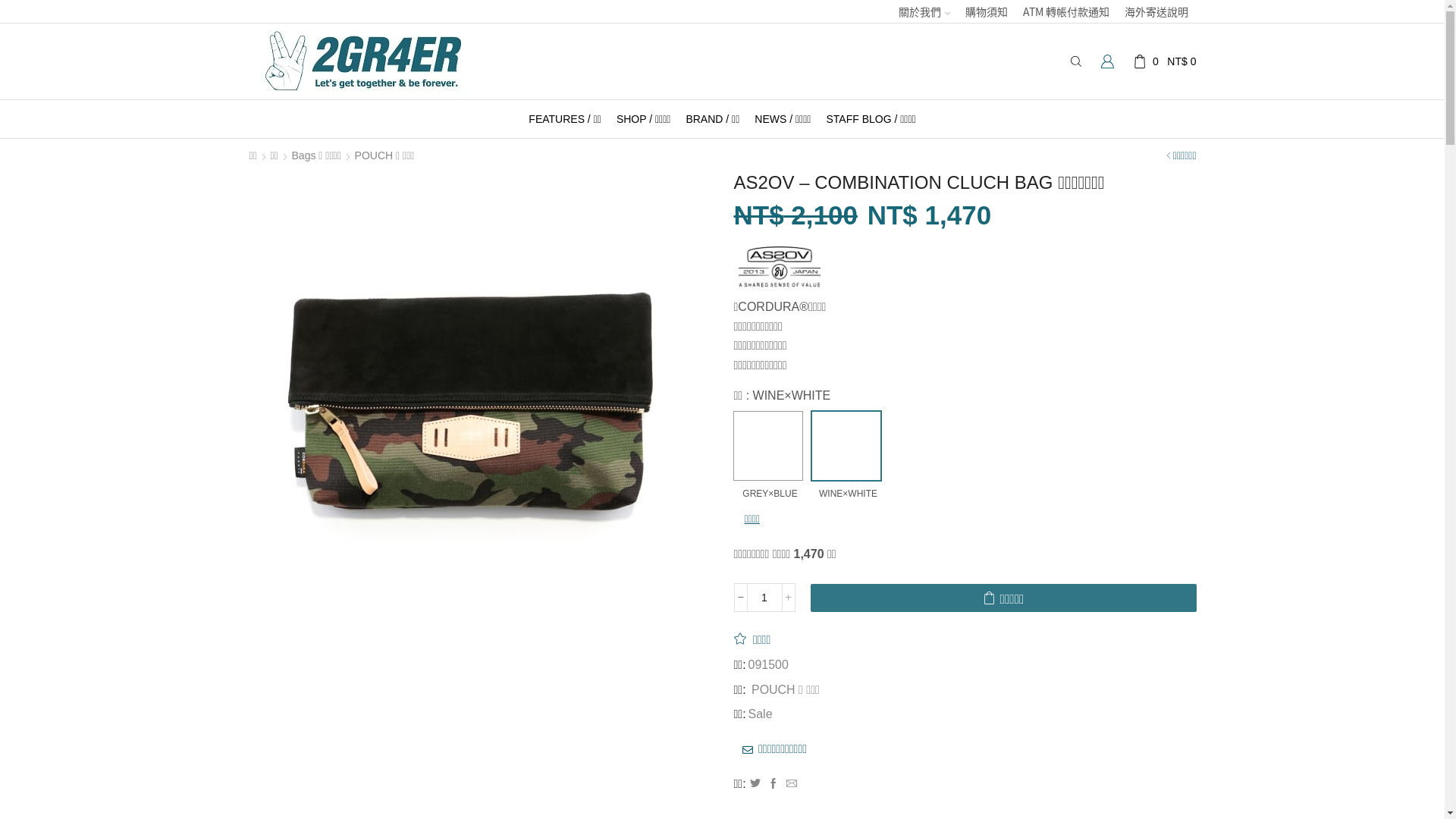 The width and height of the screenshot is (1456, 819). I want to click on 'Mail to friend', so click(789, 783).